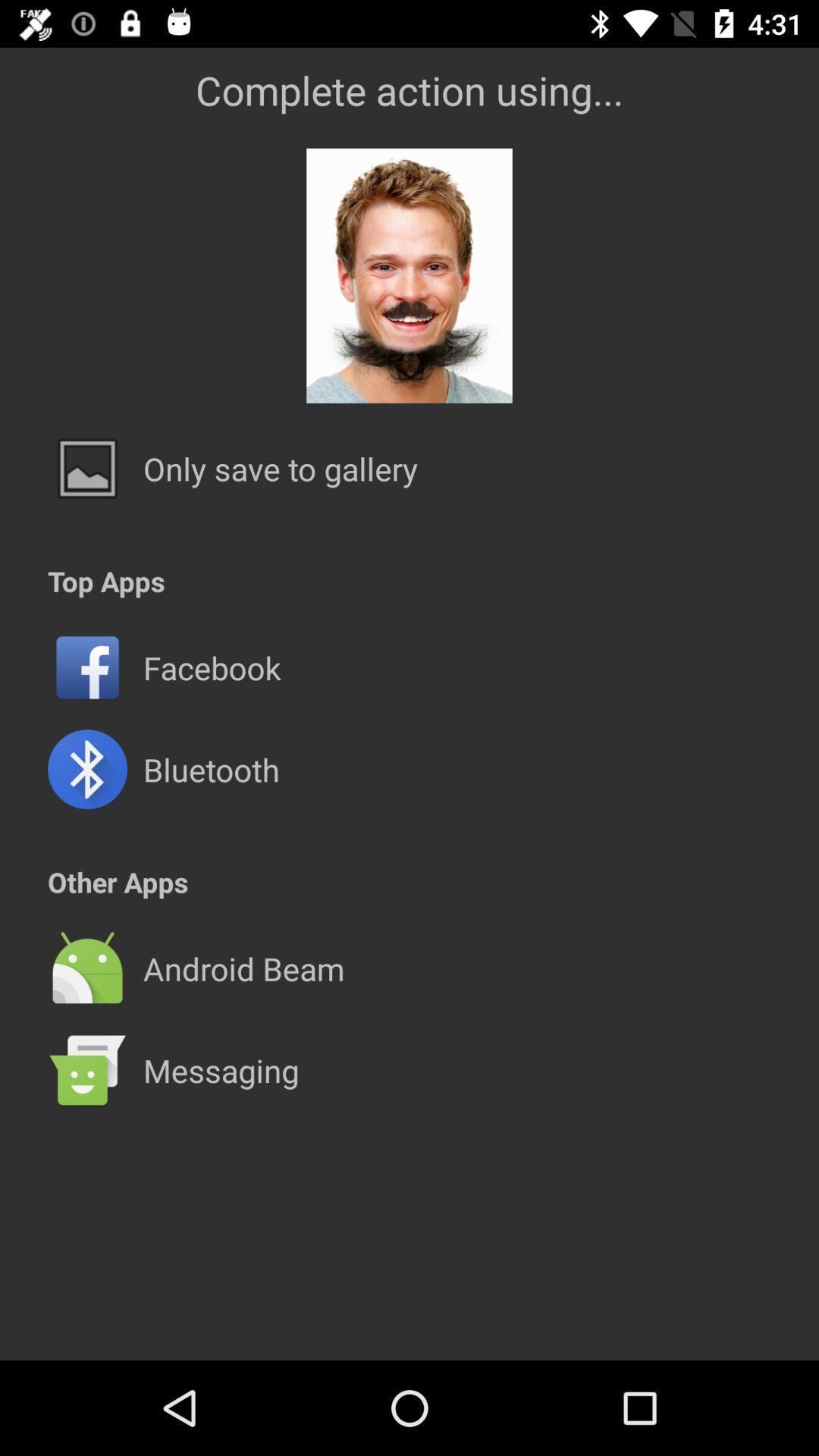  Describe the element at coordinates (221, 1069) in the screenshot. I see `the messaging icon` at that location.